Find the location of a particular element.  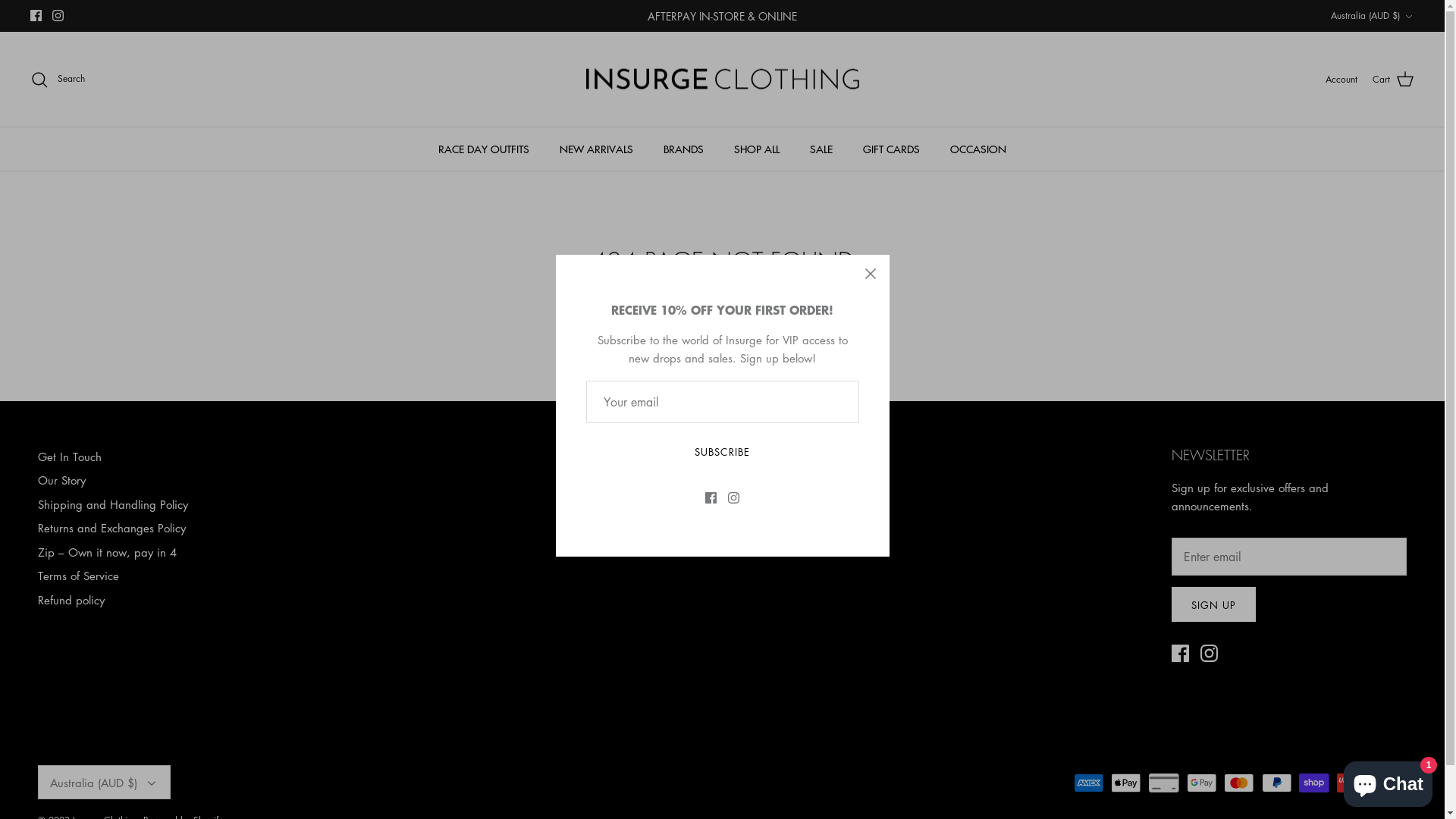

'Returns and Exchanges Policy' is located at coordinates (111, 526).